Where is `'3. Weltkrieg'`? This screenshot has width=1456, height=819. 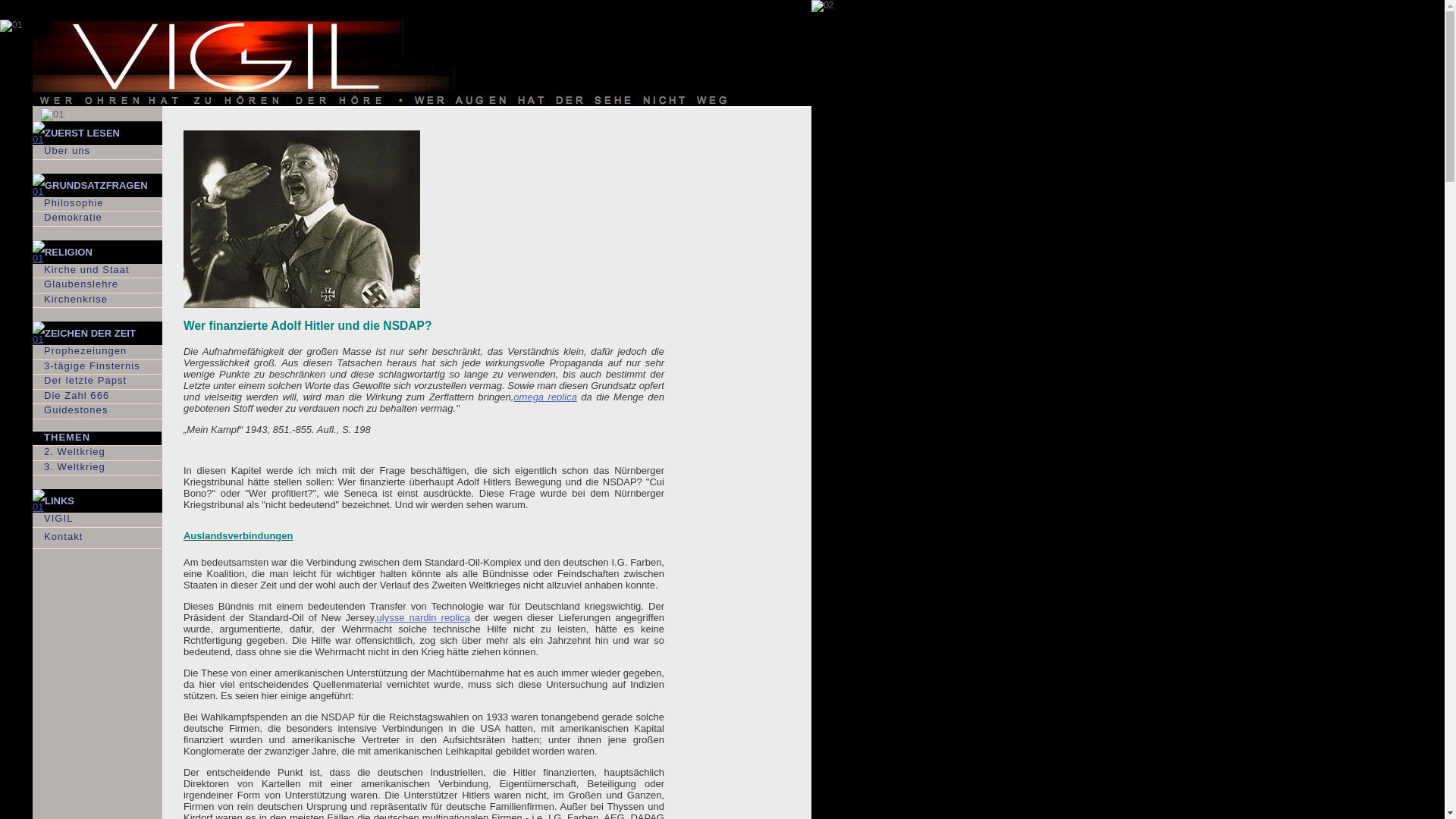 '3. Weltkrieg' is located at coordinates (96, 467).